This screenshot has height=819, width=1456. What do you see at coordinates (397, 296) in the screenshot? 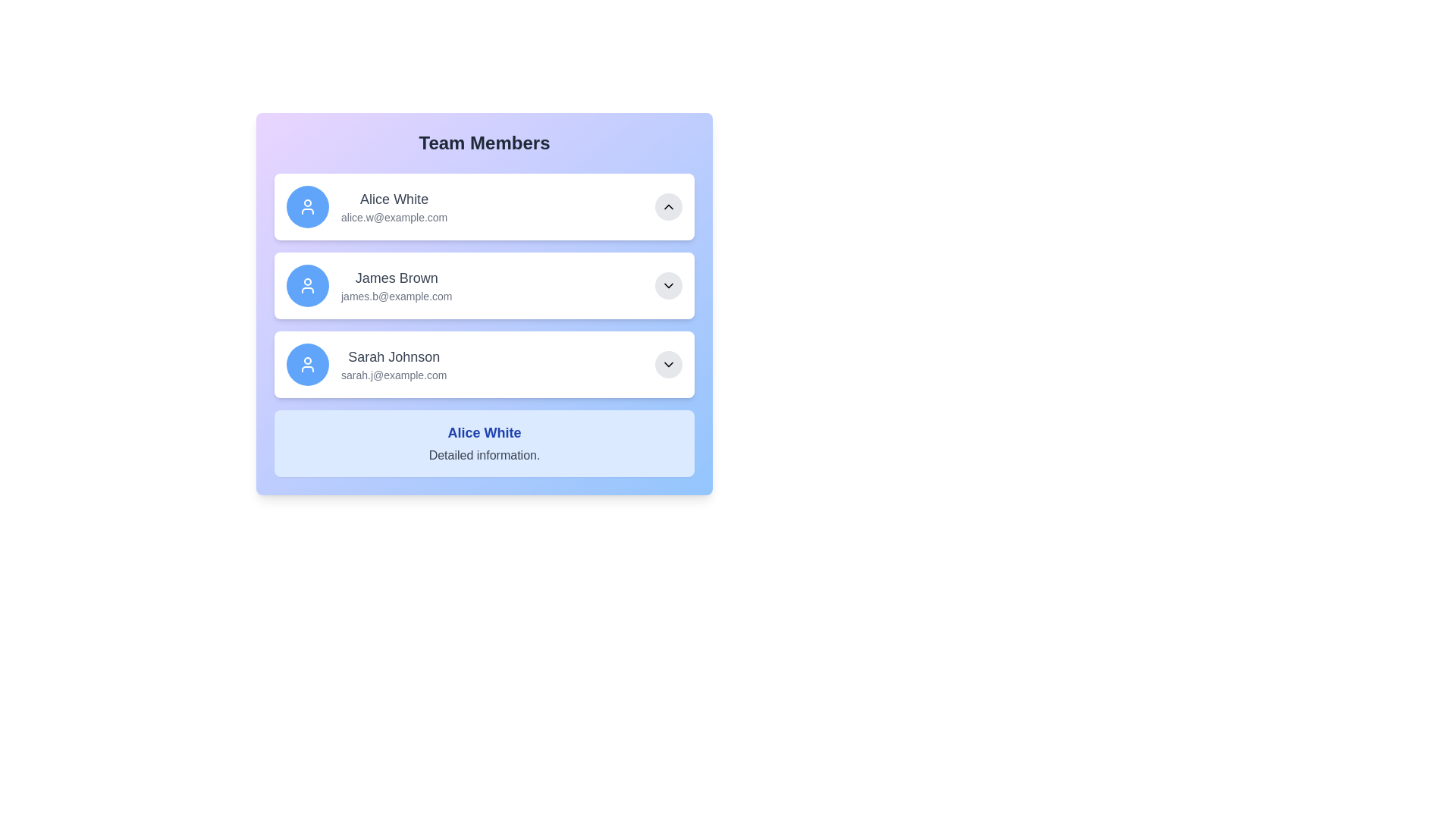
I see `email address displayed in the text label associated with 'James Brown' in the team member list, located below his name in the second section of the list` at bounding box center [397, 296].